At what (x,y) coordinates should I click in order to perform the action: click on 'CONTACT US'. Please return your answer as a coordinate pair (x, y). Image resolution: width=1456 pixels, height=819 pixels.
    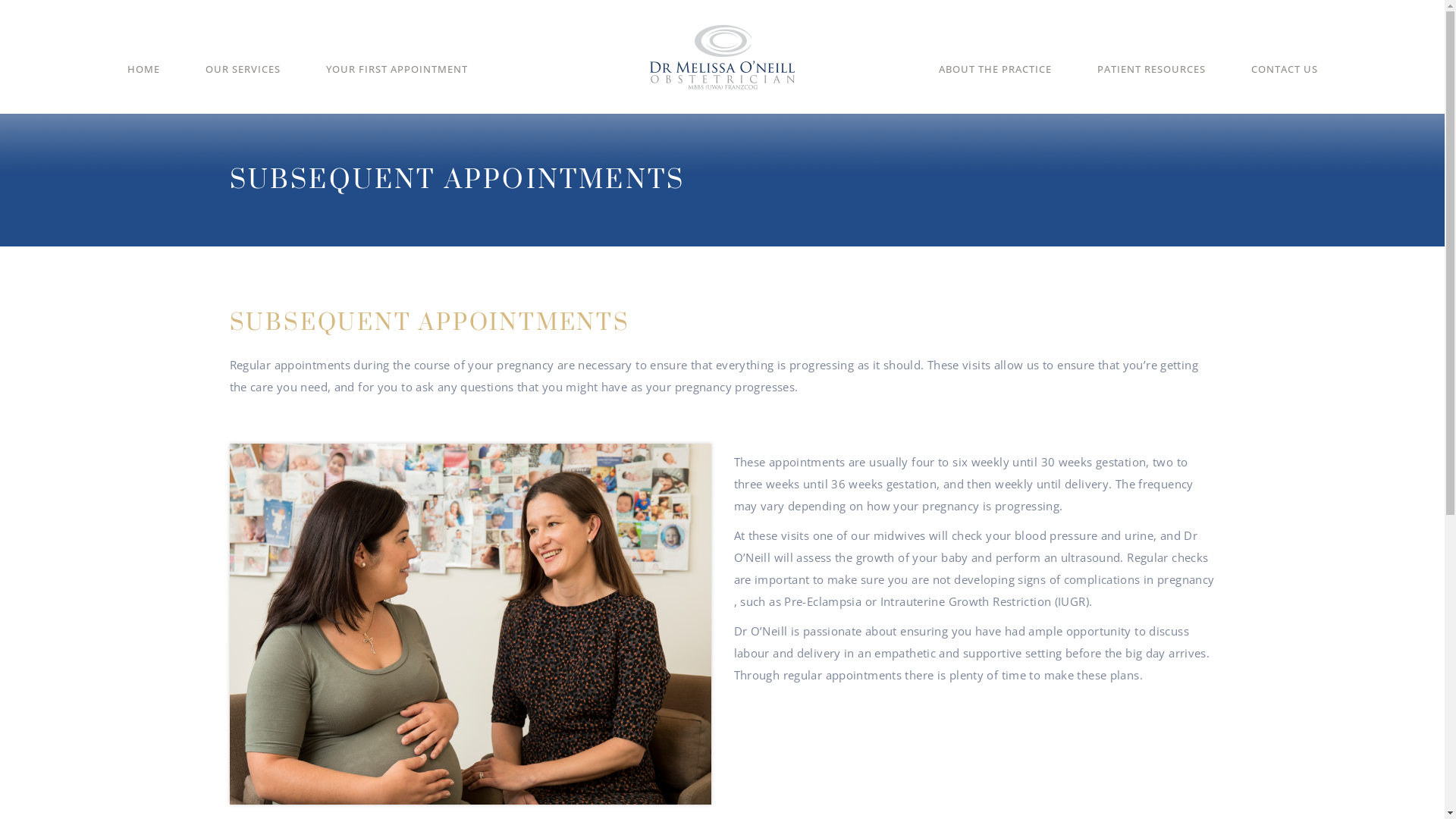
    Looking at the image, I should click on (1251, 80).